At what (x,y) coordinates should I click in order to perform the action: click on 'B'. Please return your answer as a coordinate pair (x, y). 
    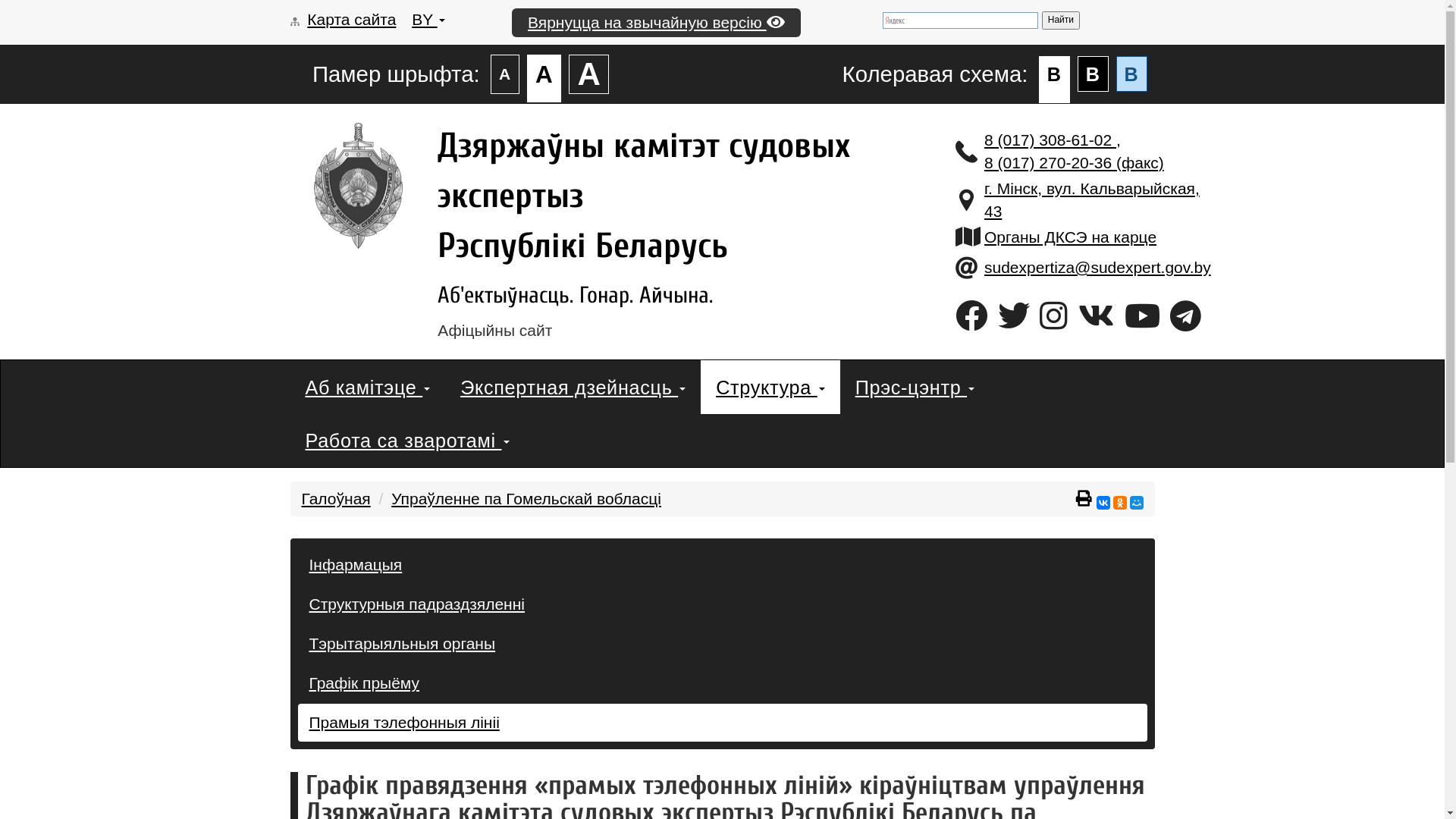
    Looking at the image, I should click on (1093, 74).